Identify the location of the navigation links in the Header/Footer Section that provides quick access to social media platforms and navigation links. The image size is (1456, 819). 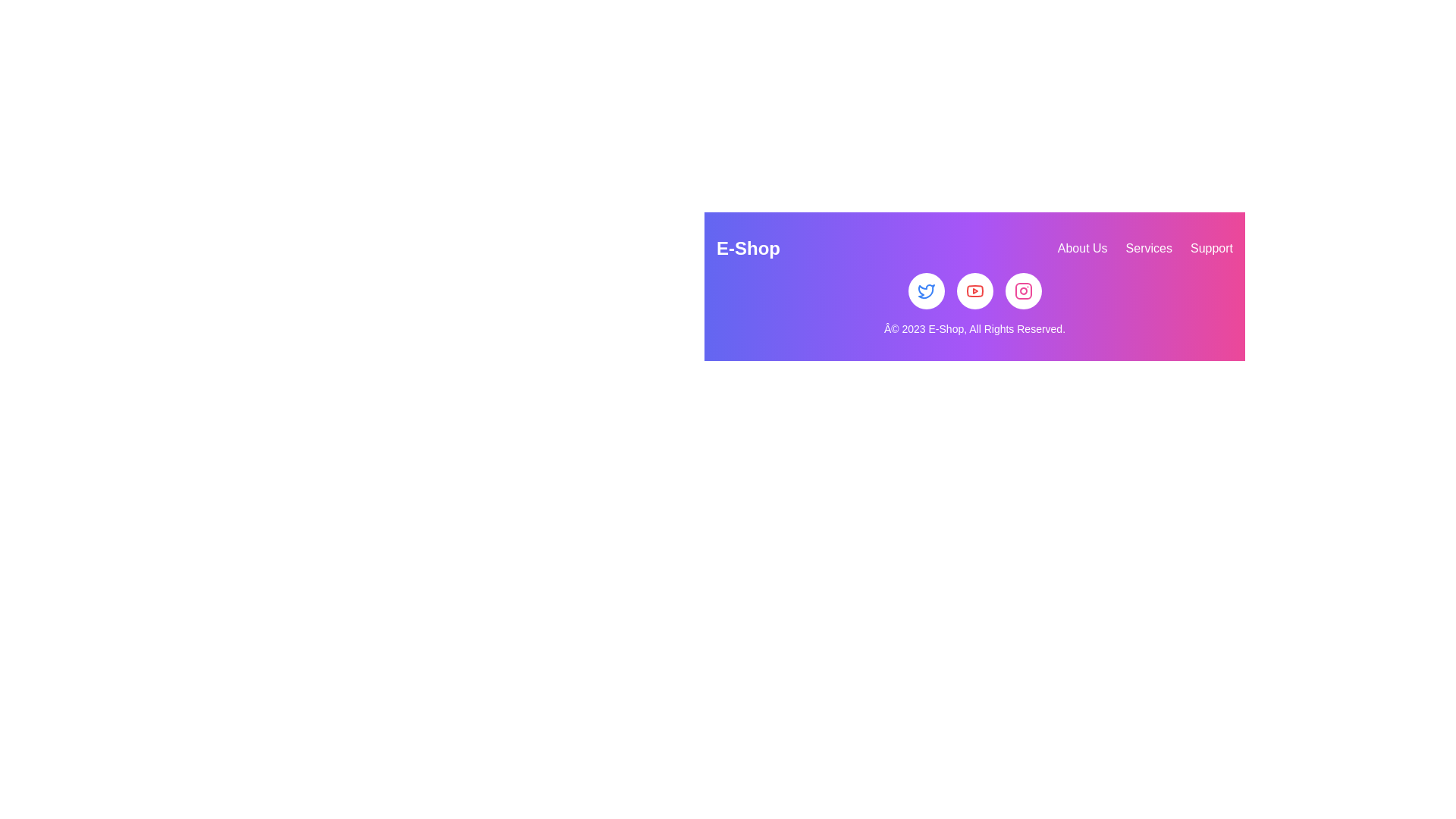
(974, 287).